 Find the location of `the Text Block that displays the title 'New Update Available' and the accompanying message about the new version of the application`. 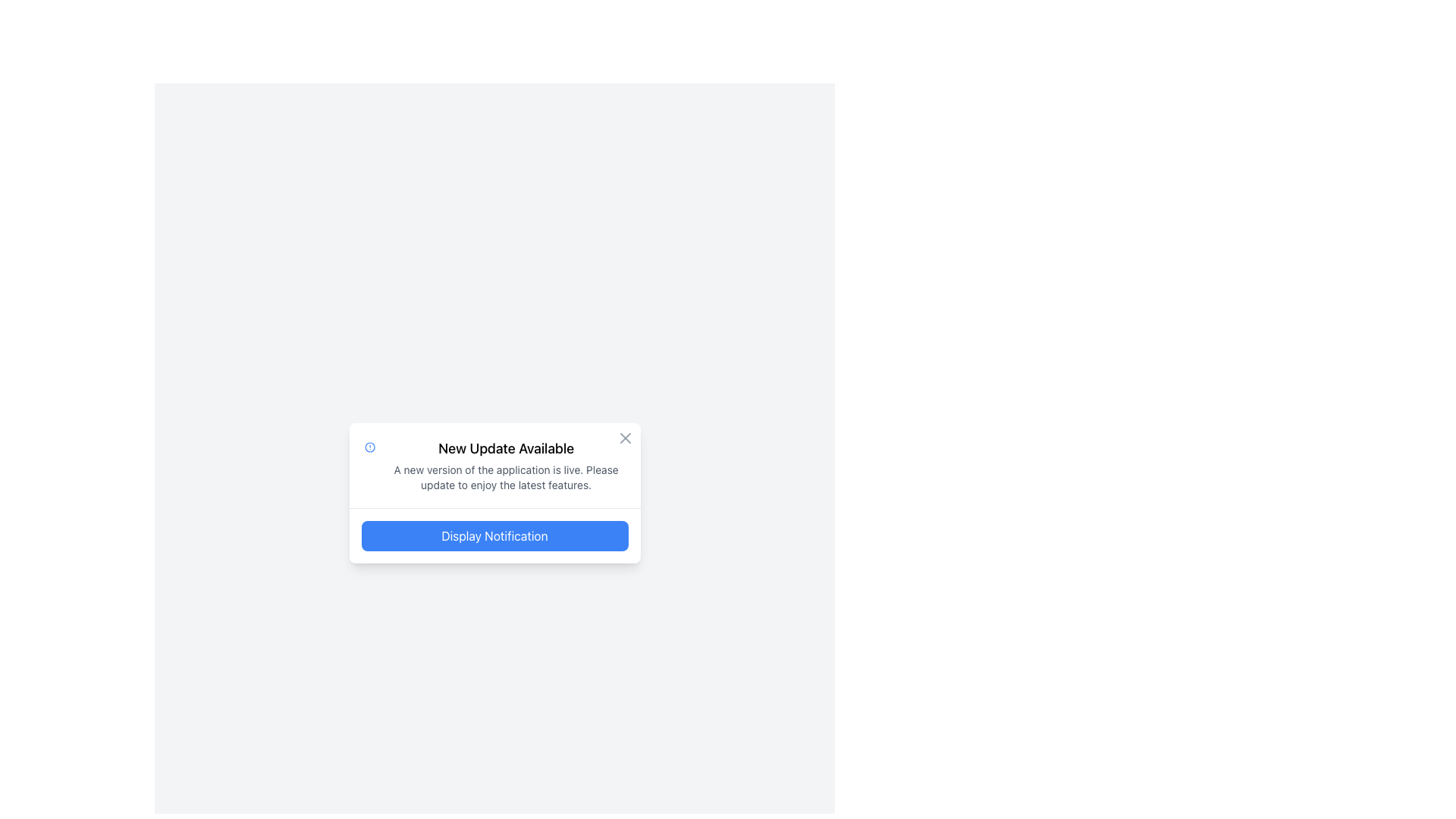

the Text Block that displays the title 'New Update Available' and the accompanying message about the new version of the application is located at coordinates (506, 464).